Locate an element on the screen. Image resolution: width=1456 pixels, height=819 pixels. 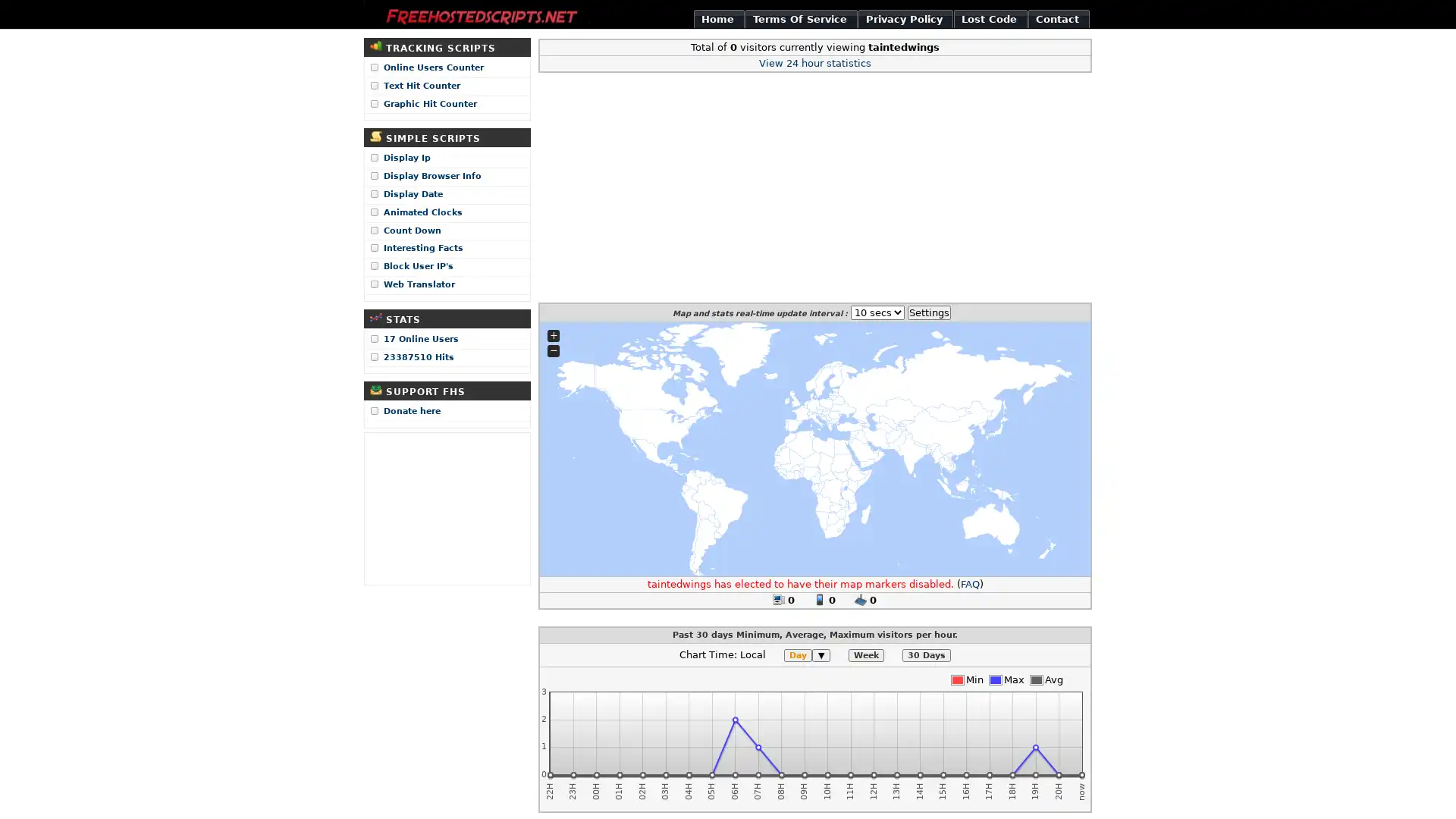
Settings is located at coordinates (927, 311).